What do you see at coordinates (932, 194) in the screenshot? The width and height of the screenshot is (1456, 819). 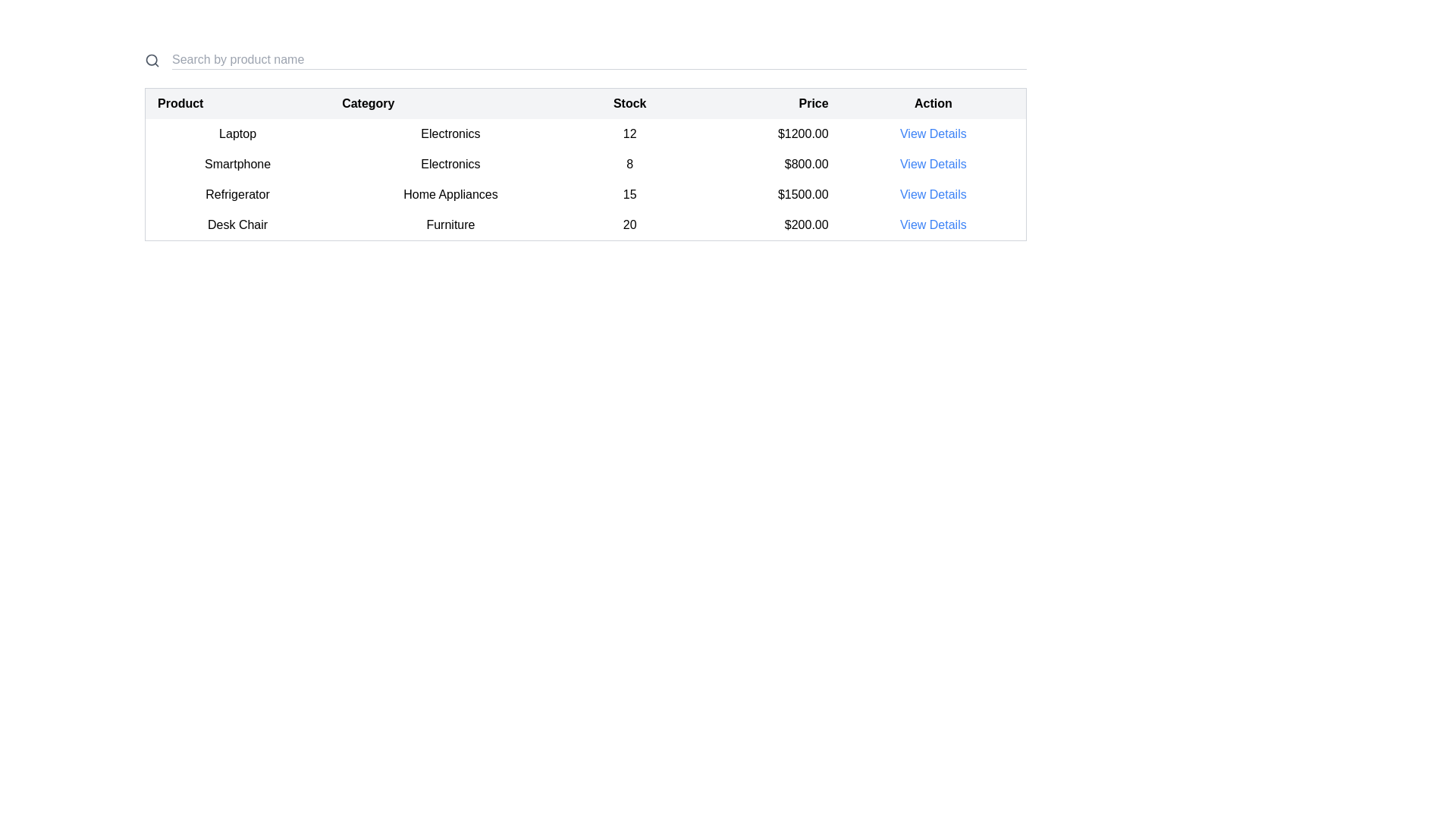 I see `the hyperlink 'View Details' located in the rightmost column of the 'Action' table for the product 'Refrigerator'` at bounding box center [932, 194].